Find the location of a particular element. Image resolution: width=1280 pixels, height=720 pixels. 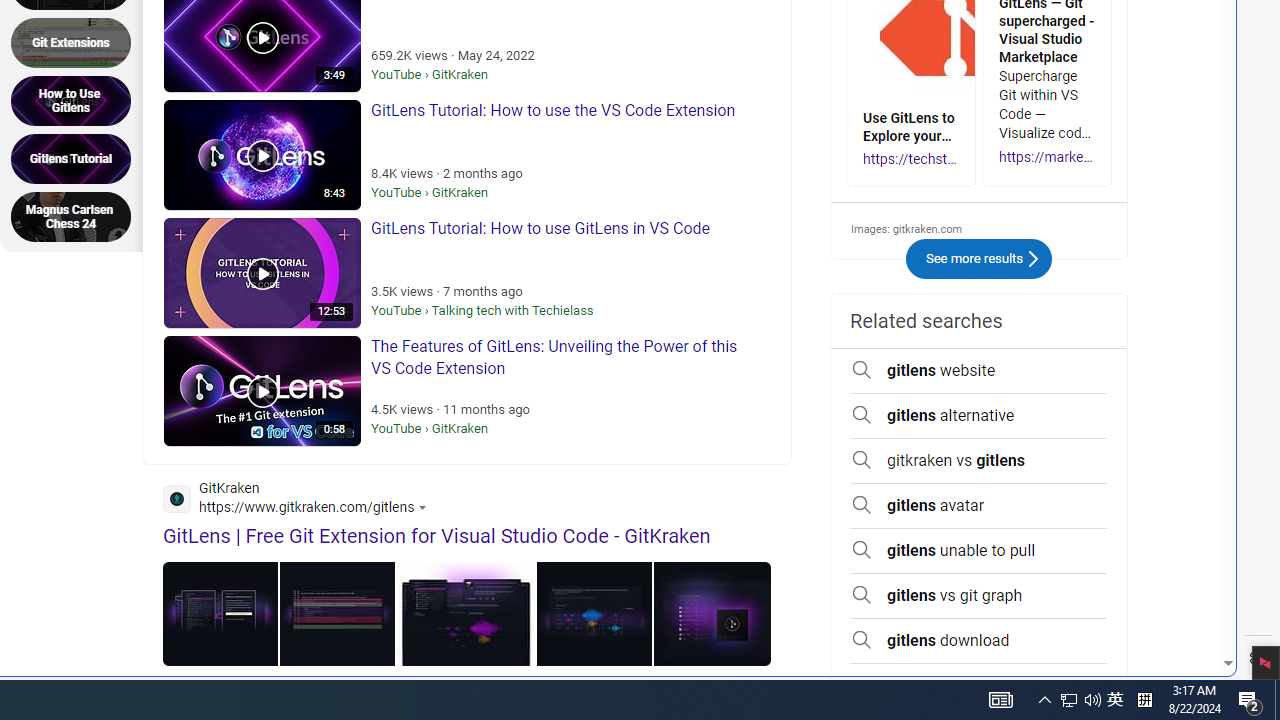

'Magnus Carlsen Chess 24' is located at coordinates (77, 217).